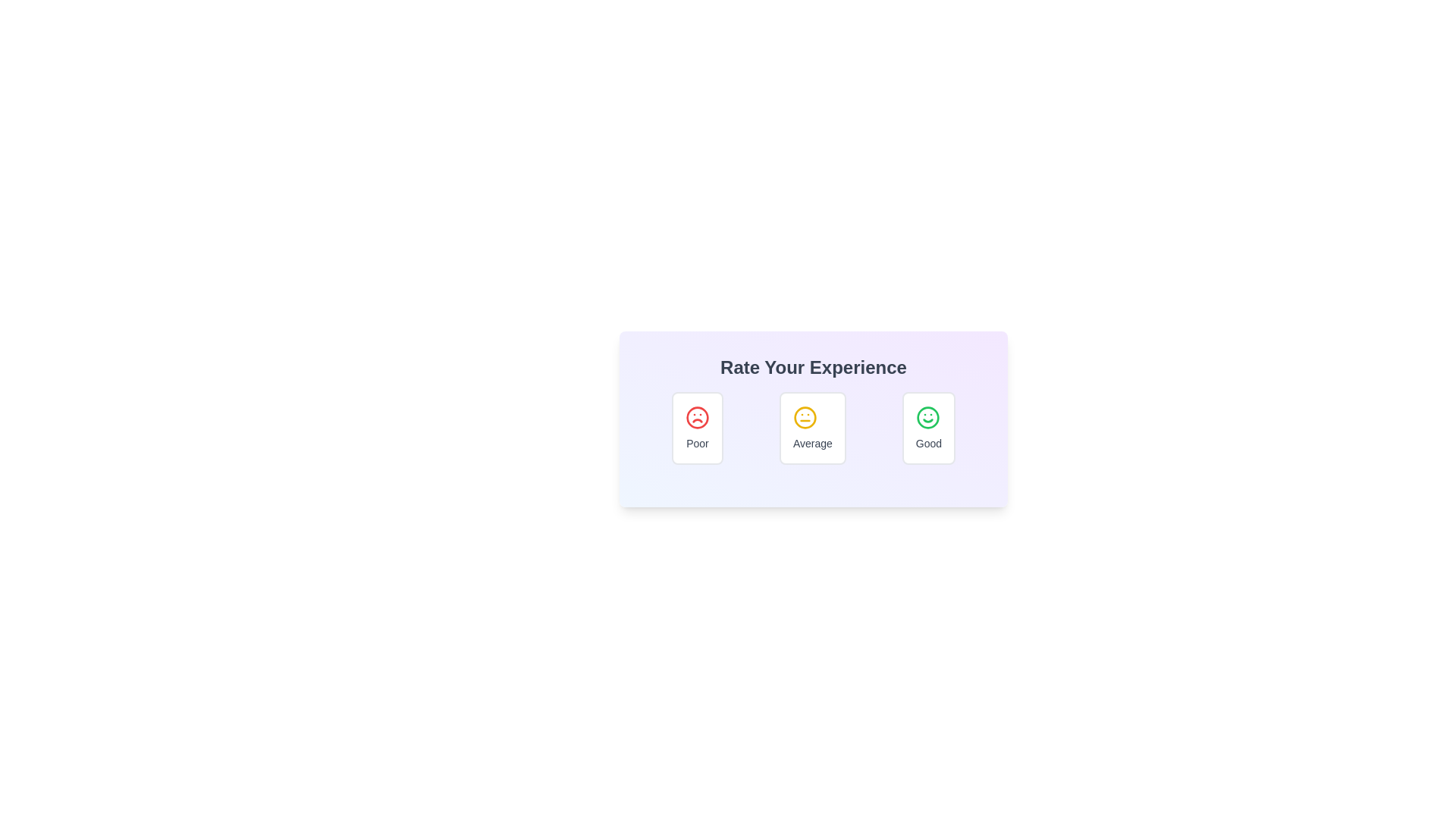 This screenshot has width=1456, height=819. Describe the element at coordinates (697, 418) in the screenshot. I see `the visual appearance of the leftmost circle in the frowning face icon representing the 'Poor' rating option under the 'Rate Your Experience' title` at that location.